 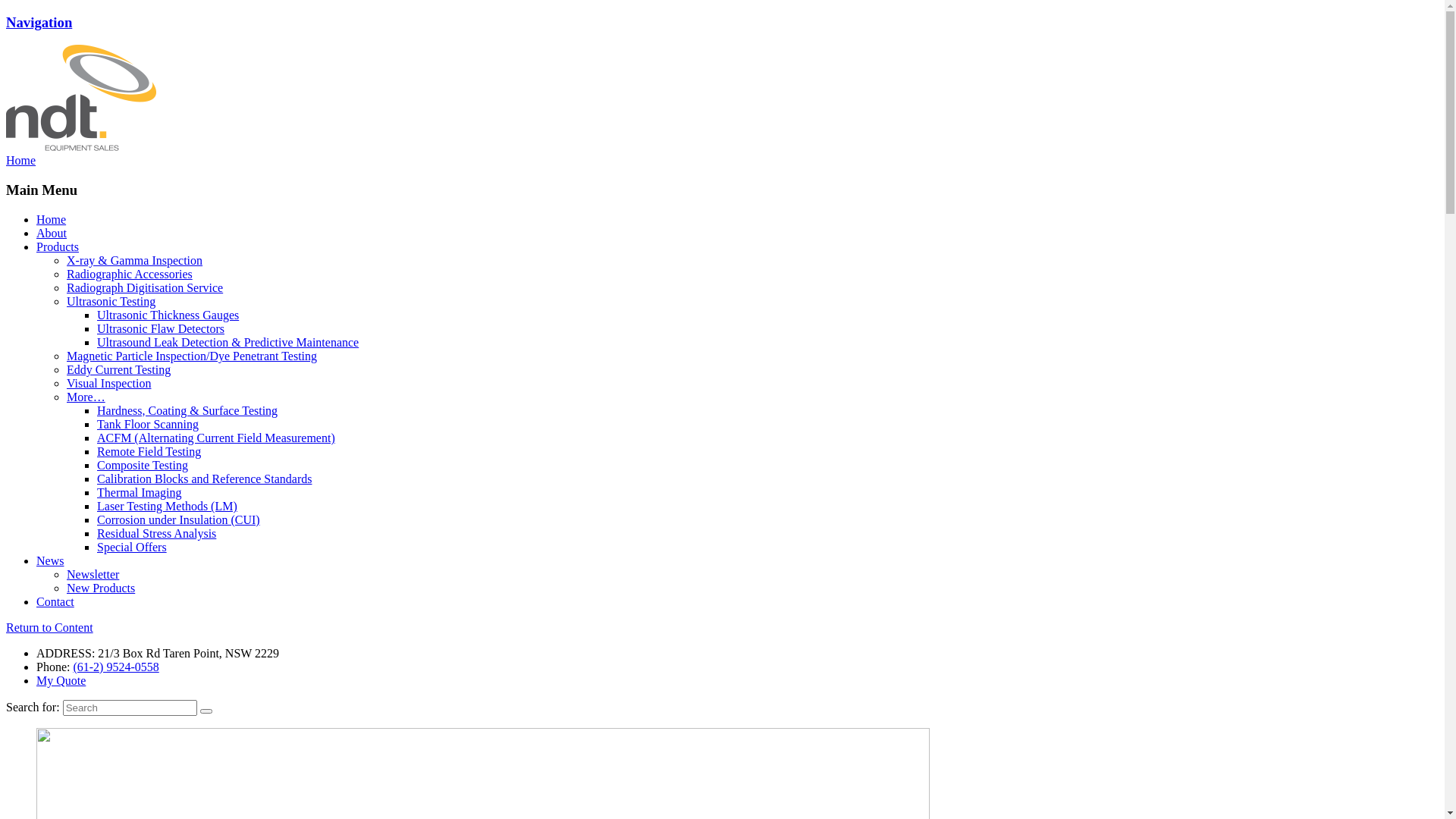 I want to click on 'New Products', so click(x=100, y=587).